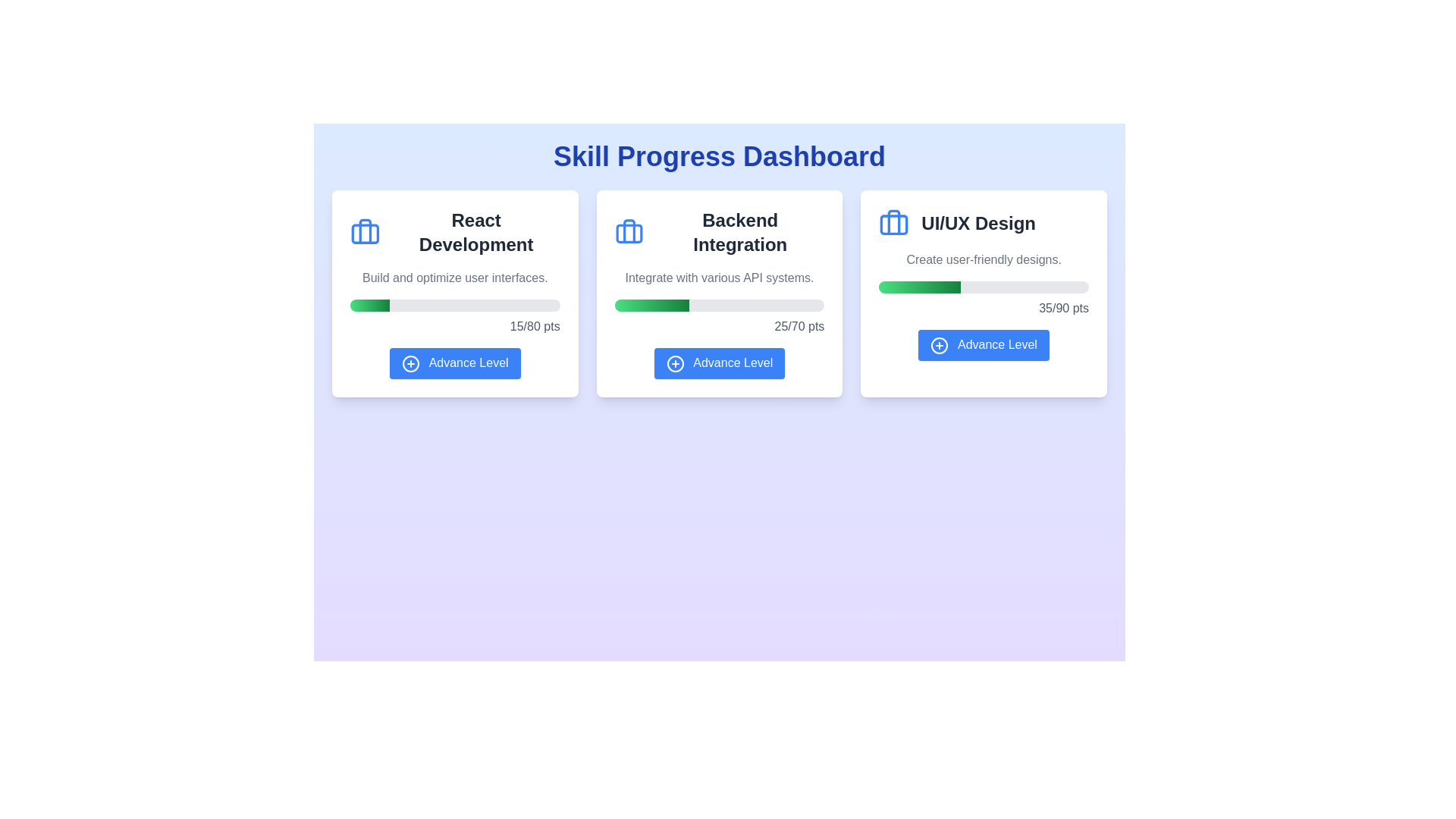  I want to click on the blue briefcase icon located at the top-left of the 'Backend Integration' card, which has a thick blue outline and is positioned before the title text, so click(629, 233).